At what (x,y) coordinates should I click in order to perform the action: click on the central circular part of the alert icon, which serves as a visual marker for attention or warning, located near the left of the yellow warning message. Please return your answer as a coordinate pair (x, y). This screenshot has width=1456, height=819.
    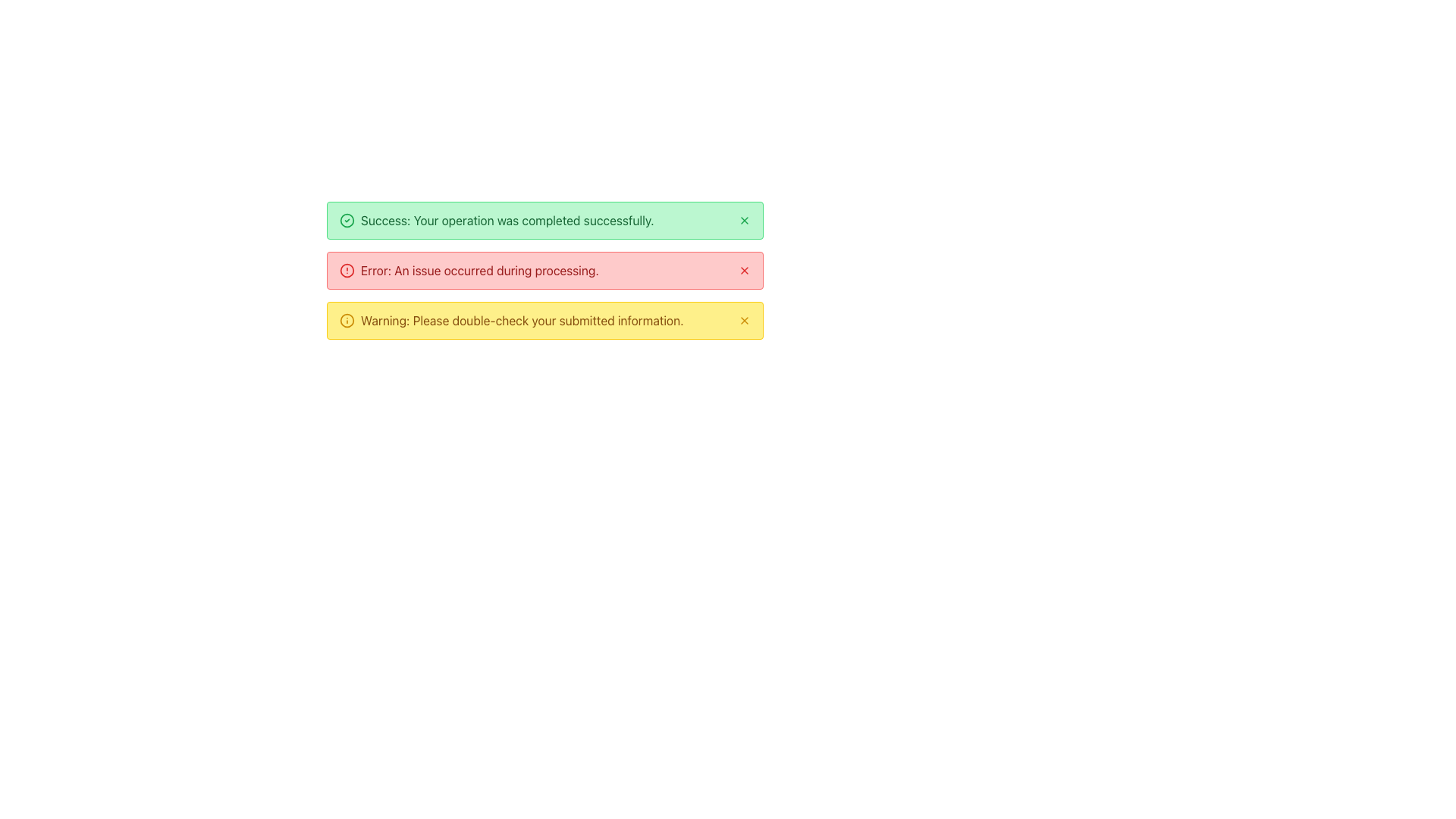
    Looking at the image, I should click on (346, 270).